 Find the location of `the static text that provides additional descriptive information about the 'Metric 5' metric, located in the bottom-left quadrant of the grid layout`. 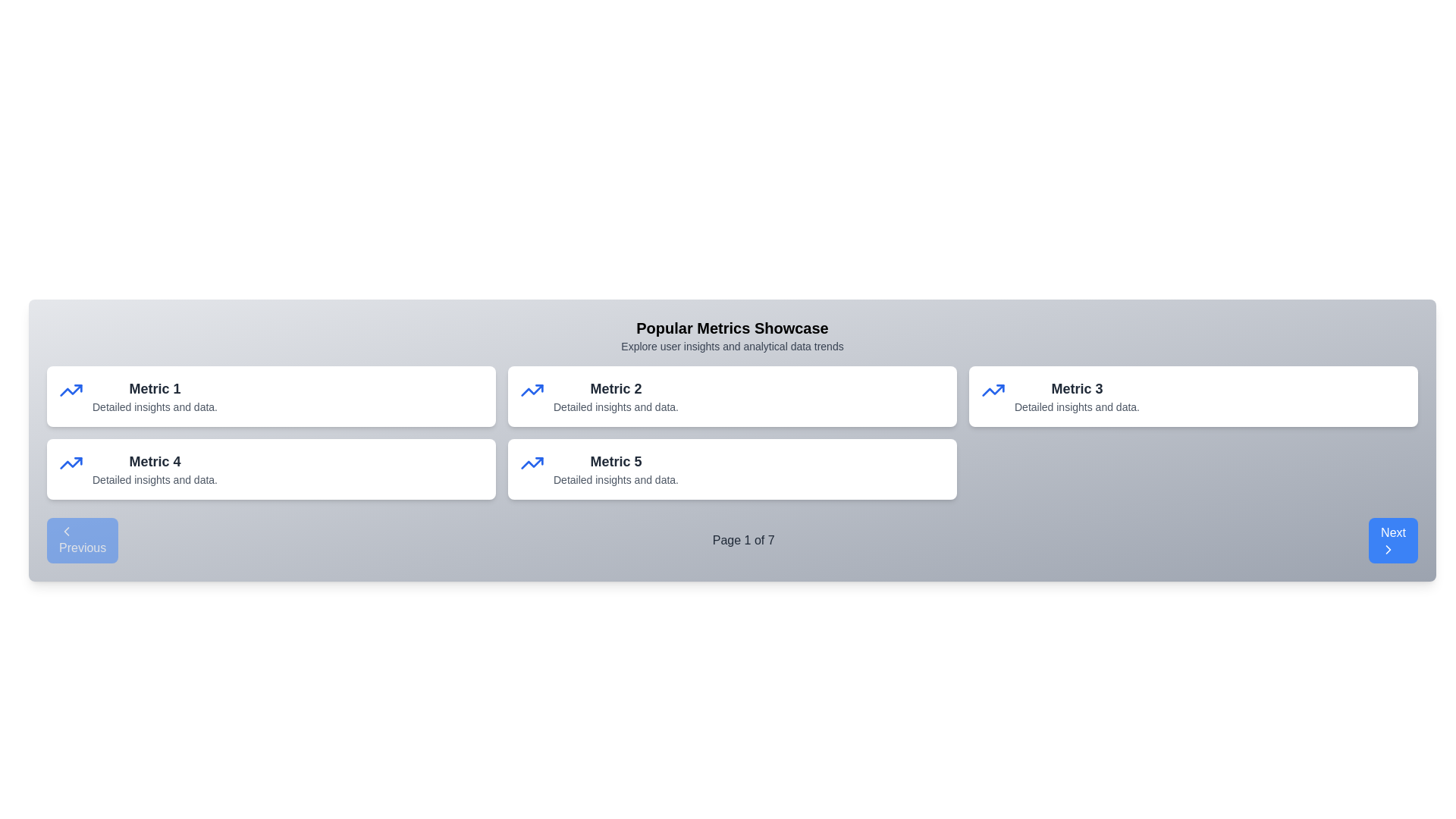

the static text that provides additional descriptive information about the 'Metric 5' metric, located in the bottom-left quadrant of the grid layout is located at coordinates (616, 479).